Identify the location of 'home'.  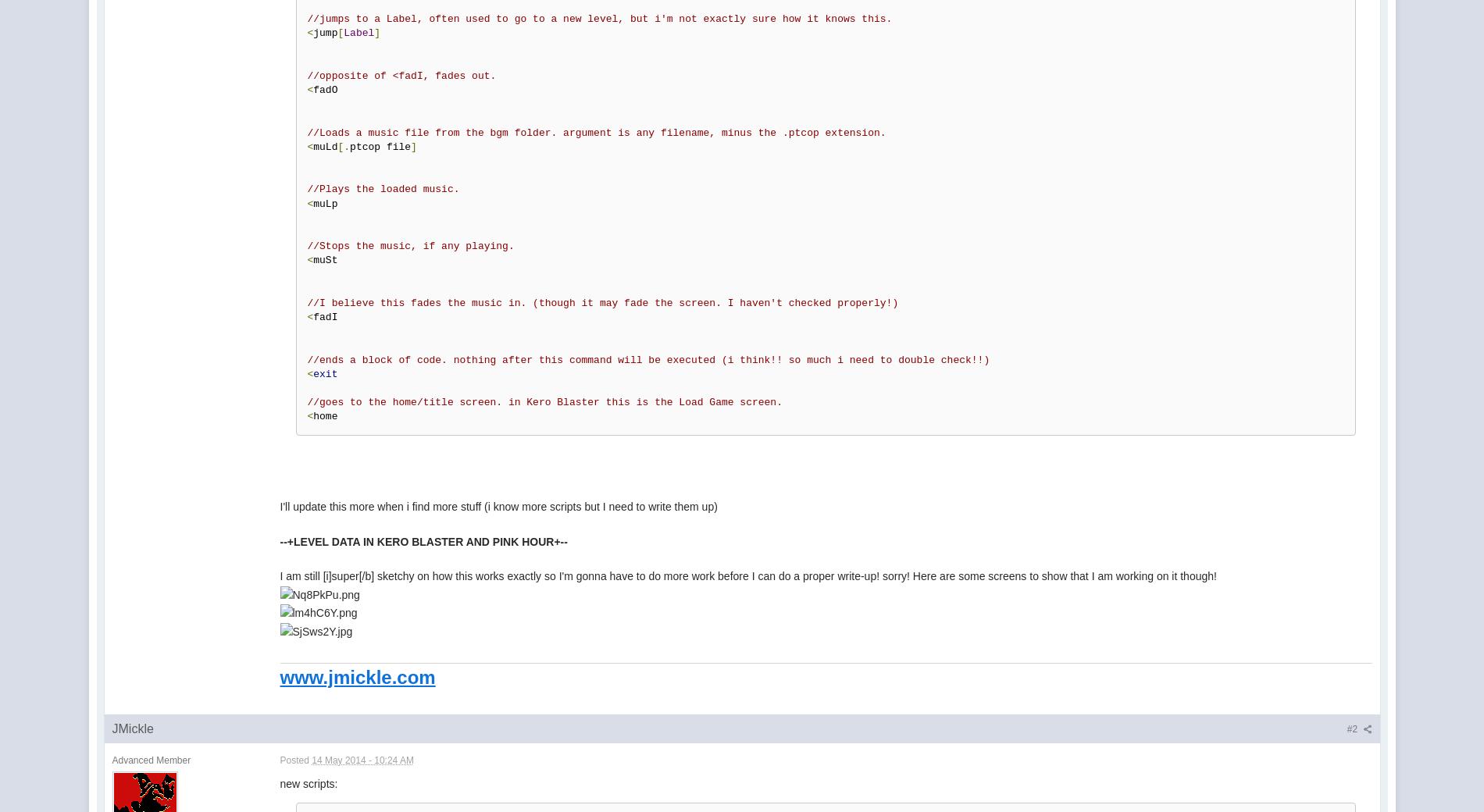
(327, 415).